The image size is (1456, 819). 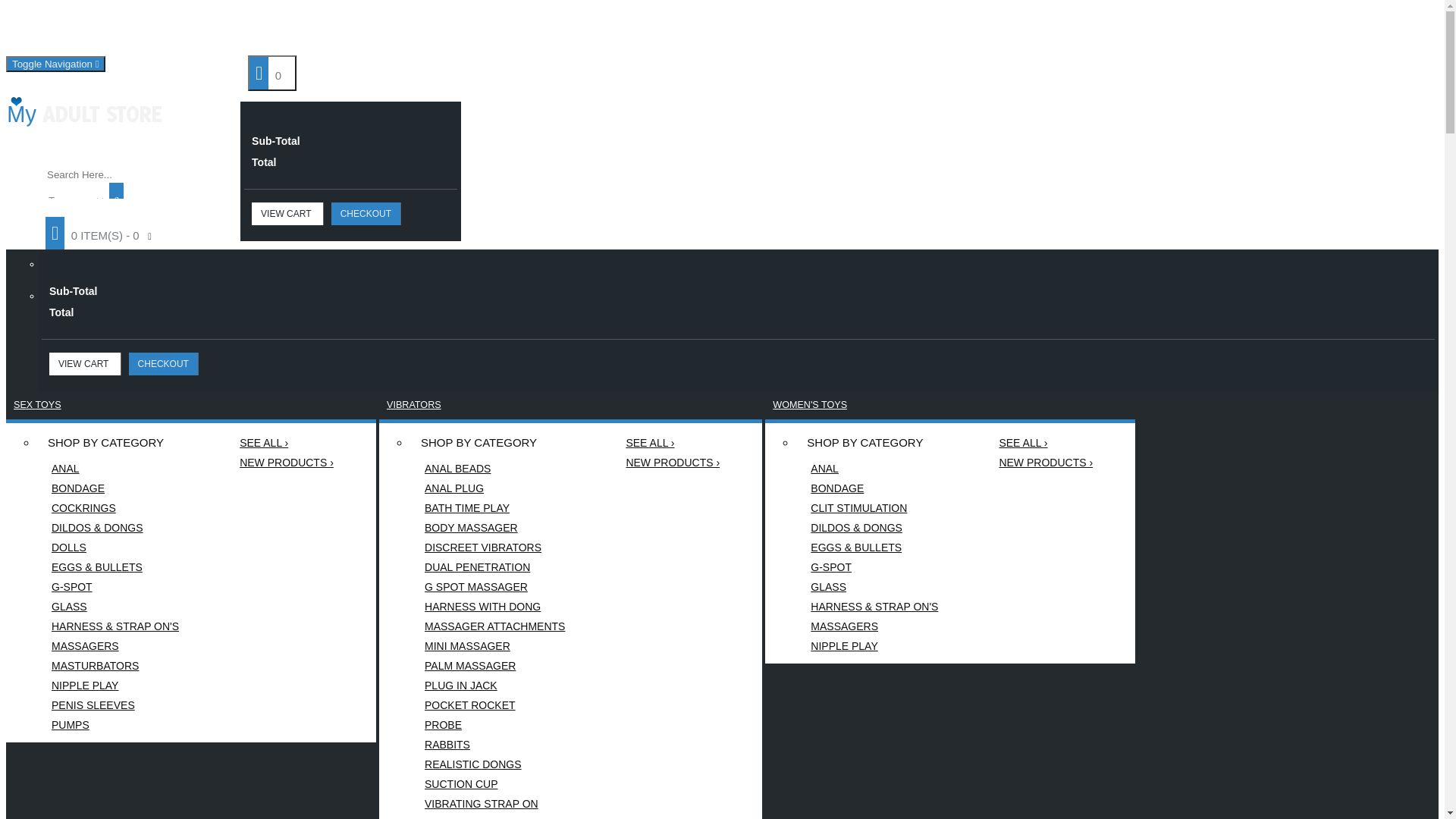 What do you see at coordinates (494, 724) in the screenshot?
I see `'PROBE'` at bounding box center [494, 724].